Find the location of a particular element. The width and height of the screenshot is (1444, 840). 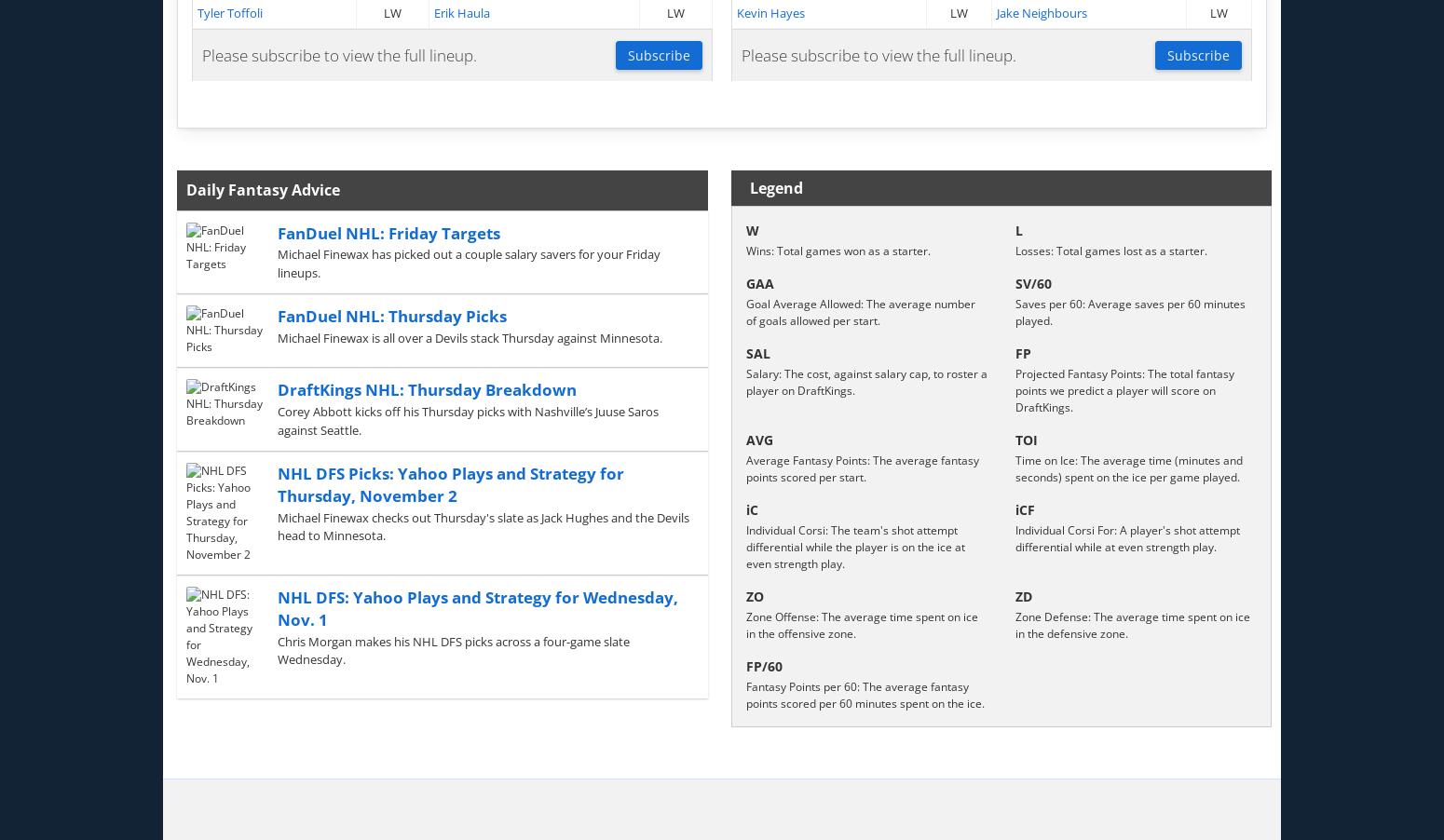

'Michael Finewax is all over a Devils stack Thursday against Minnesota.' is located at coordinates (468, 336).